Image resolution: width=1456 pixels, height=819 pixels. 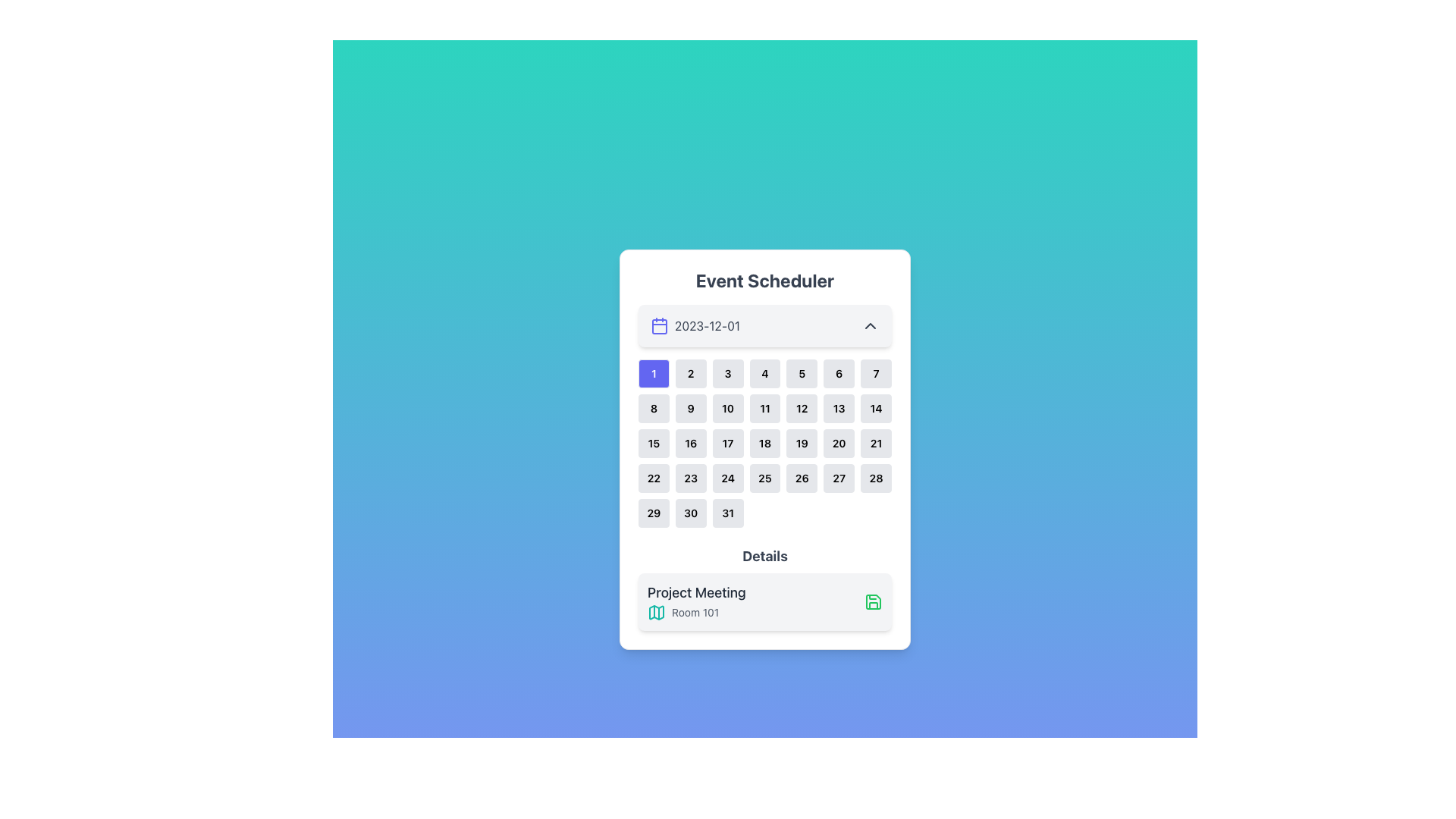 I want to click on the selectable date button for '14' in the calendar interface, so click(x=876, y=408).